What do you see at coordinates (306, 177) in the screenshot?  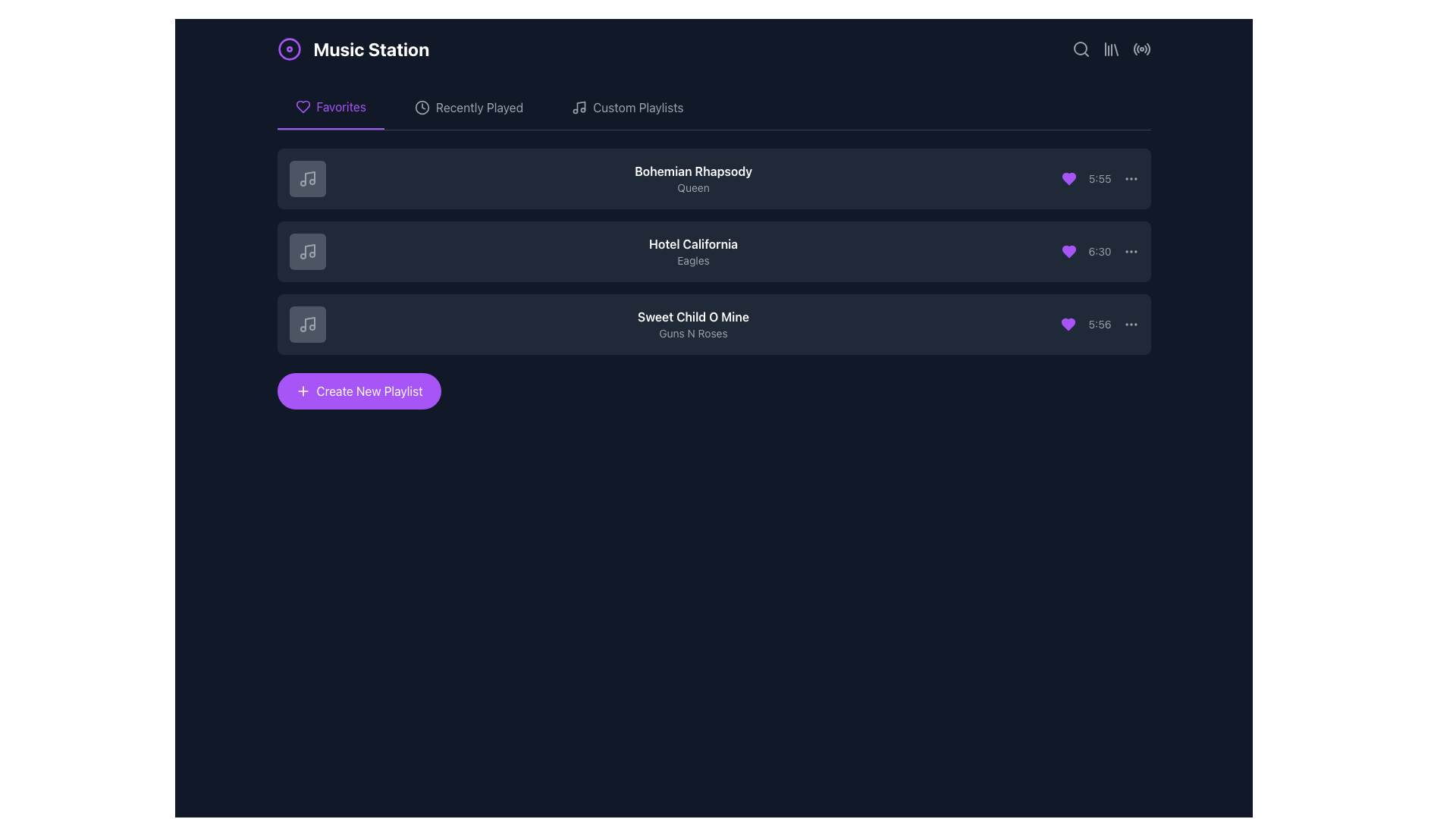 I see `the music playlist icon located in the first playlist entry of the app interface, aligned to the left side within the entry's rectangular bounding box` at bounding box center [306, 177].